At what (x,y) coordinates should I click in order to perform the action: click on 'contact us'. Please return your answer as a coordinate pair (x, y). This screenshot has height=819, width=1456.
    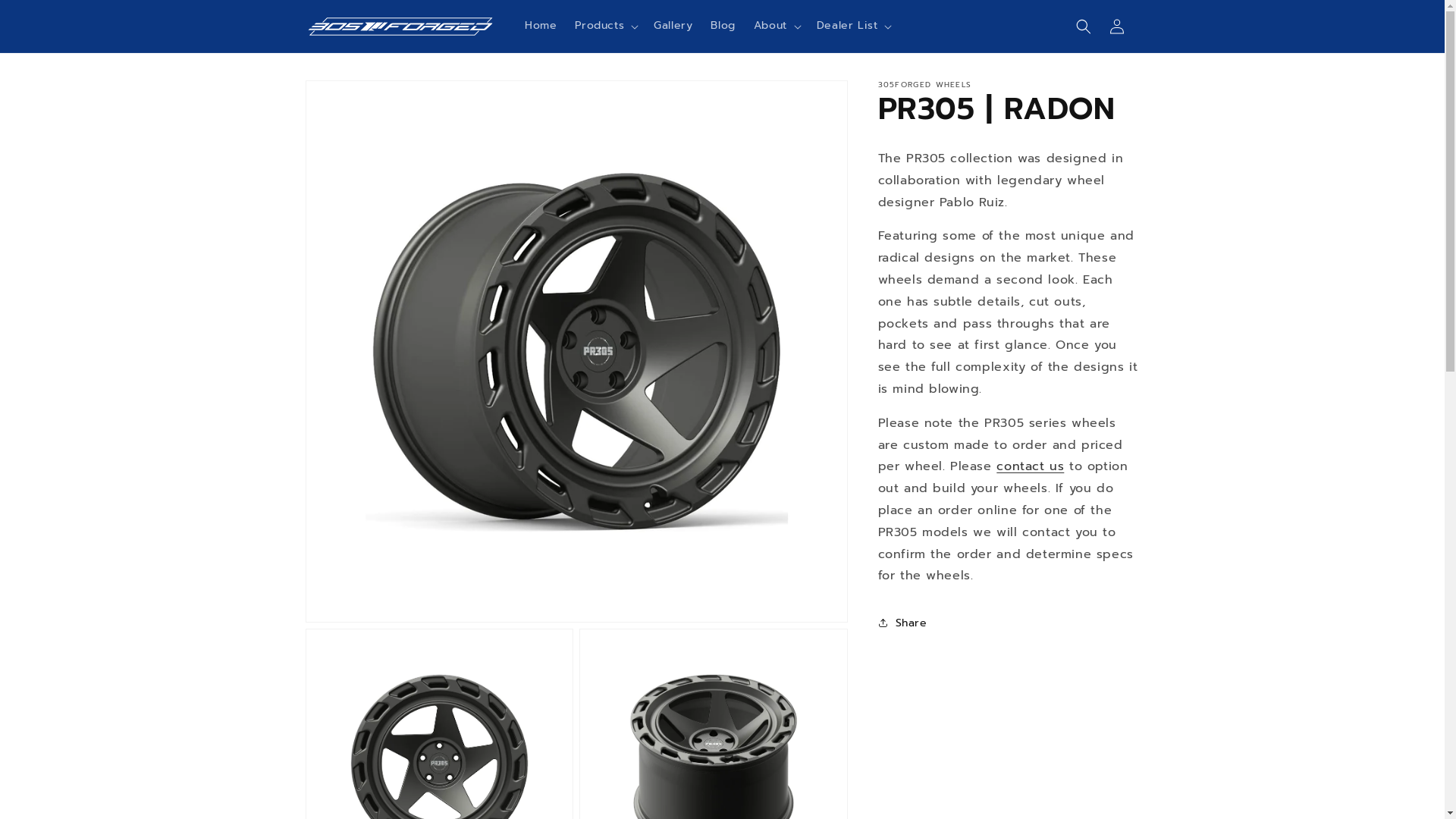
    Looking at the image, I should click on (1030, 465).